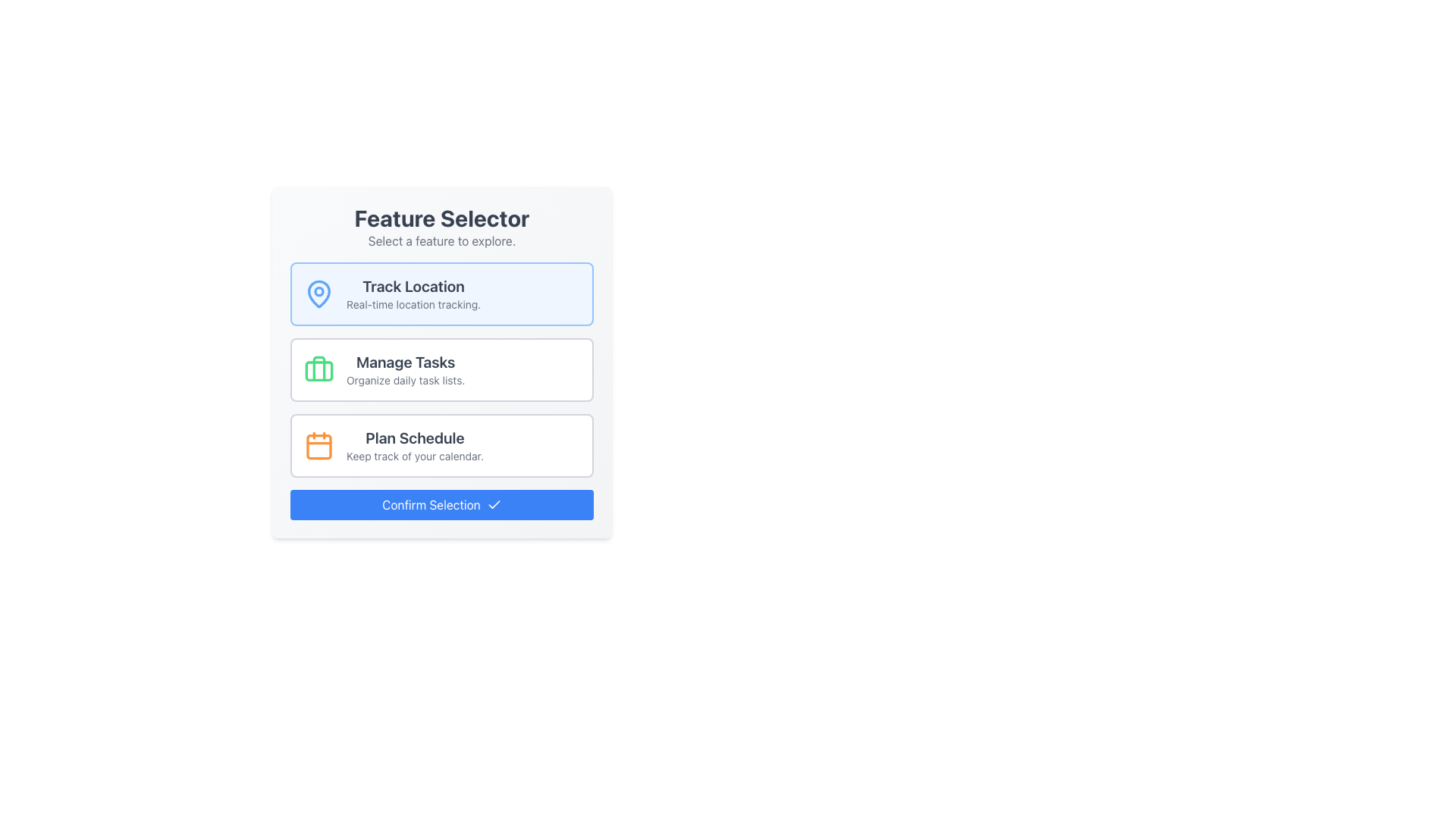 This screenshot has width=1456, height=819. I want to click on the 'Plan Schedule' option in the 'Feature Selector' panel, which is the third selectable item and is aligned with an orange calendar icon, so click(415, 444).